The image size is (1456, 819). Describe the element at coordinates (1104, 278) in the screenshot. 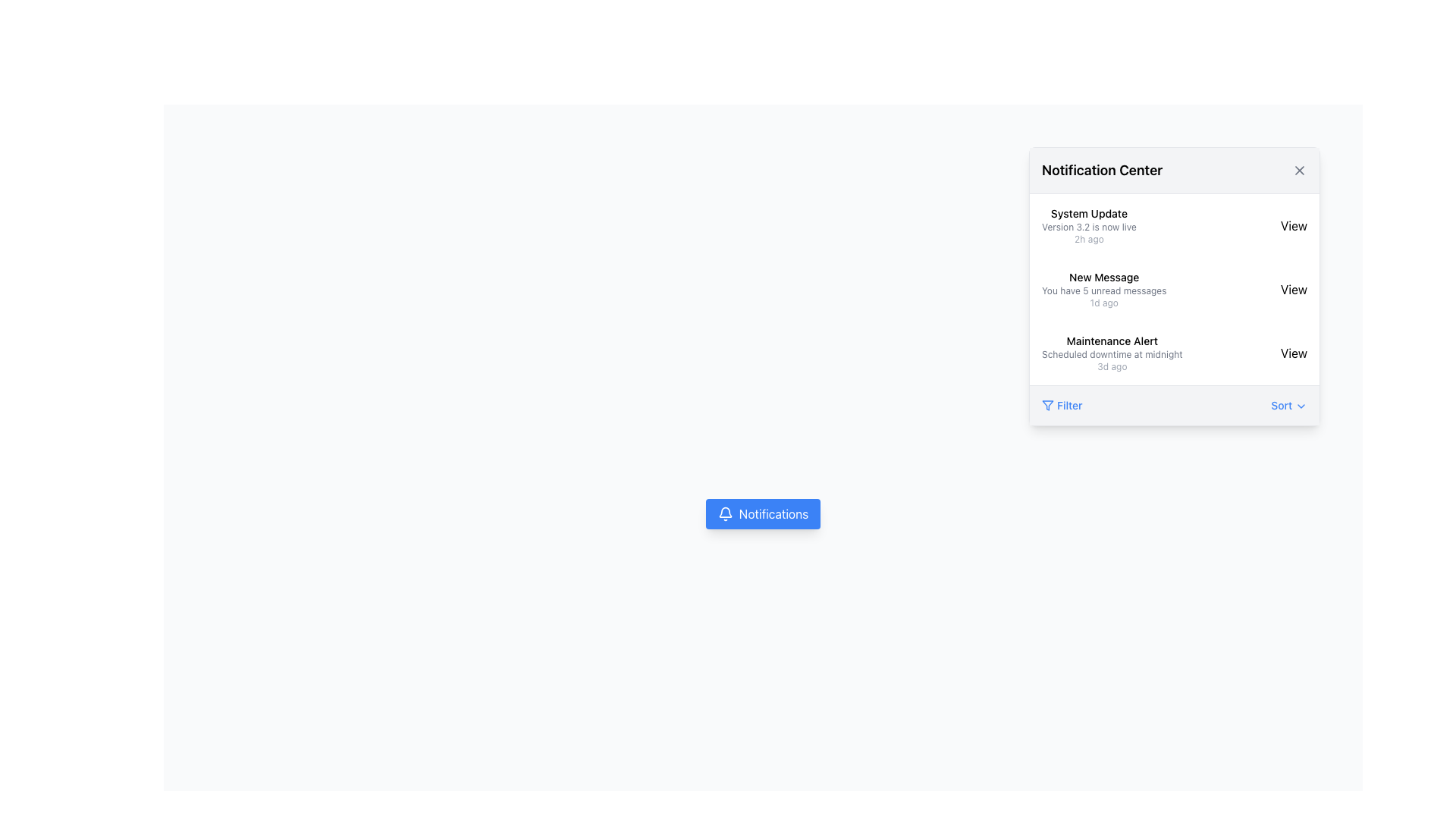

I see `the Text label that serves as the title for the second notification item in the notification center panel, which indicates a summary of its content` at that location.